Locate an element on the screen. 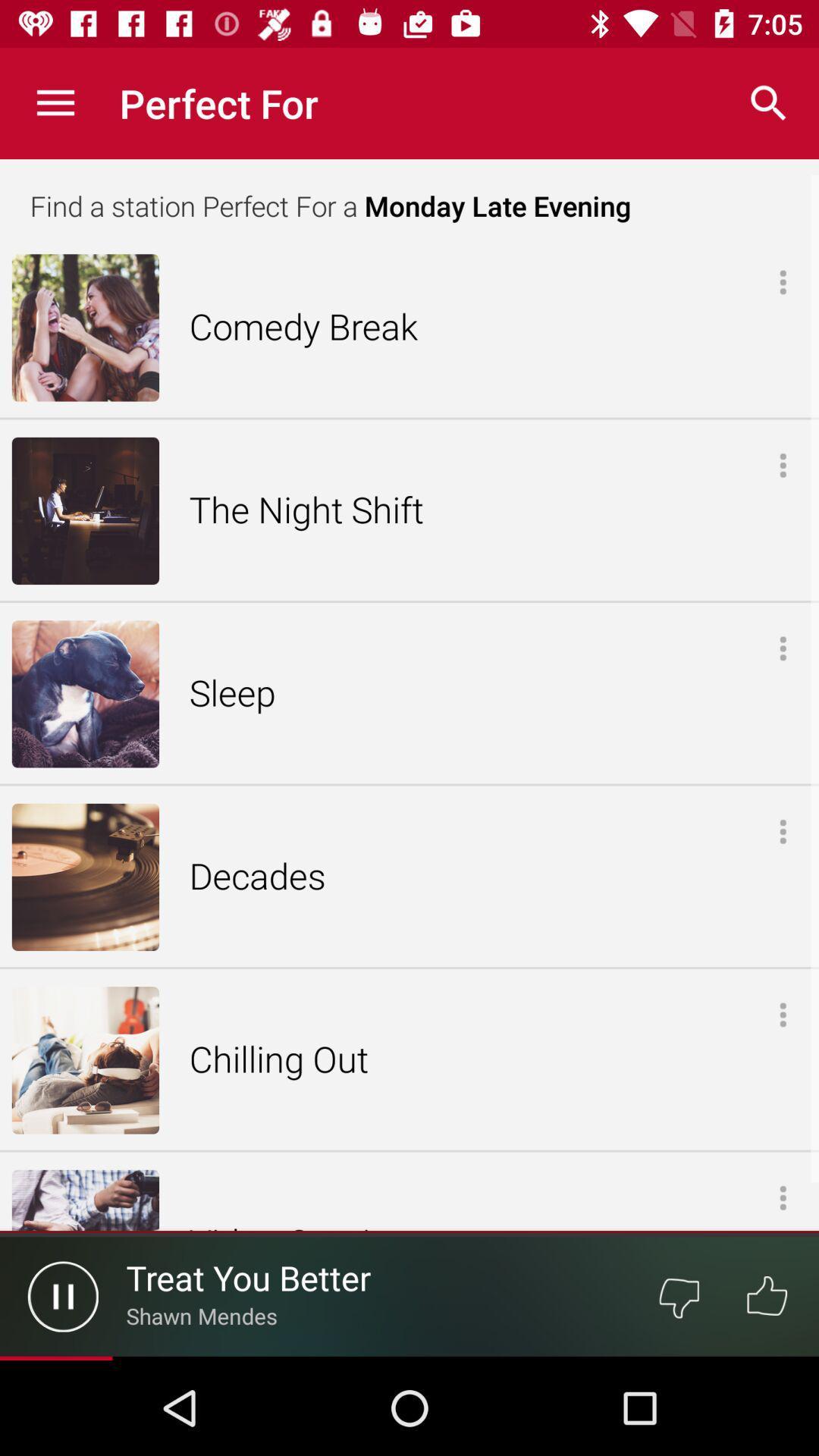 Image resolution: width=819 pixels, height=1456 pixels. the sixth image is located at coordinates (85, 1200).